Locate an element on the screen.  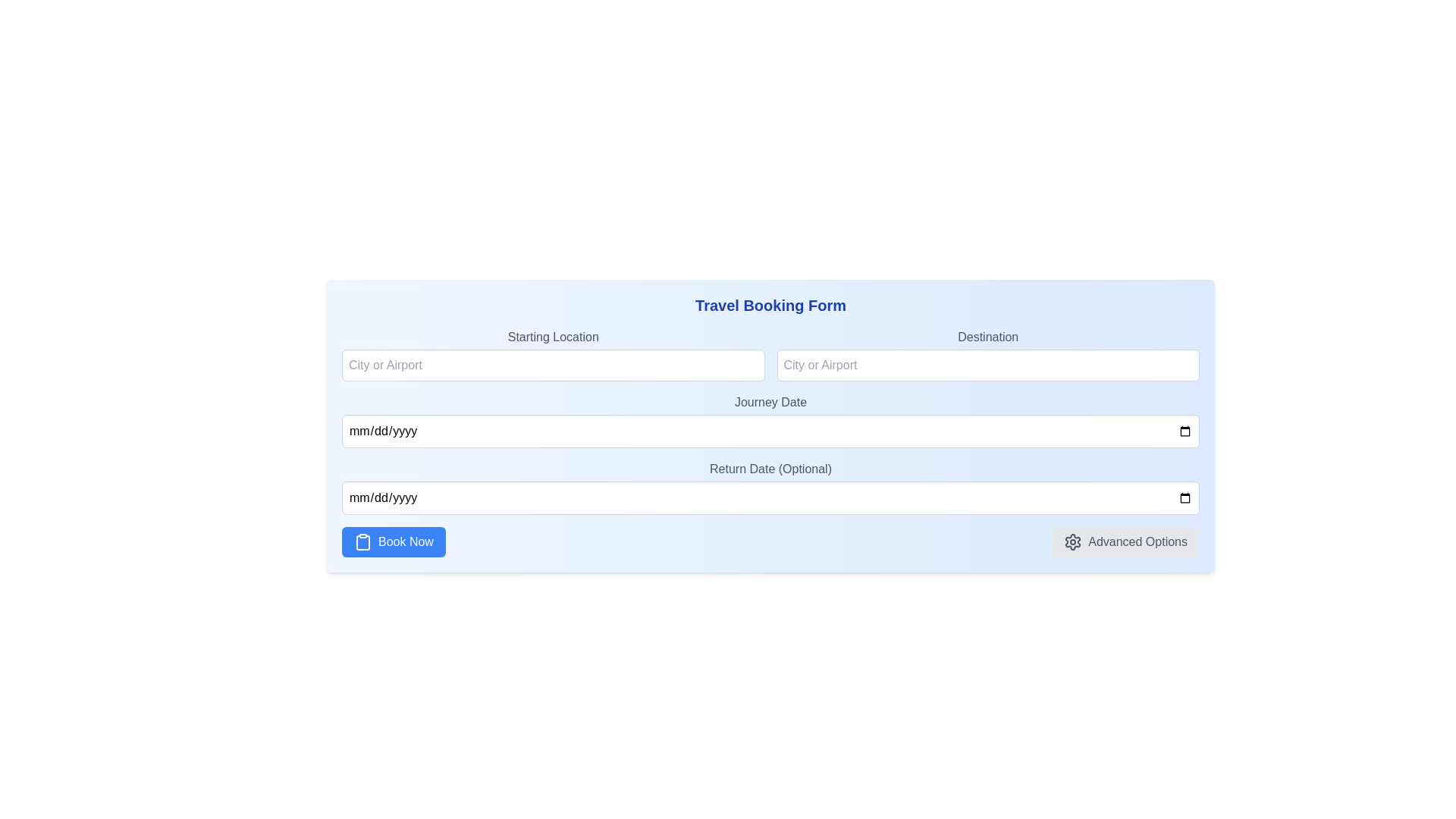
the input field labeled 'Destination', which is the second element in the list format, positioned above the input for 'Journey Date' and below the input for 'Starting Location' is located at coordinates (988, 354).